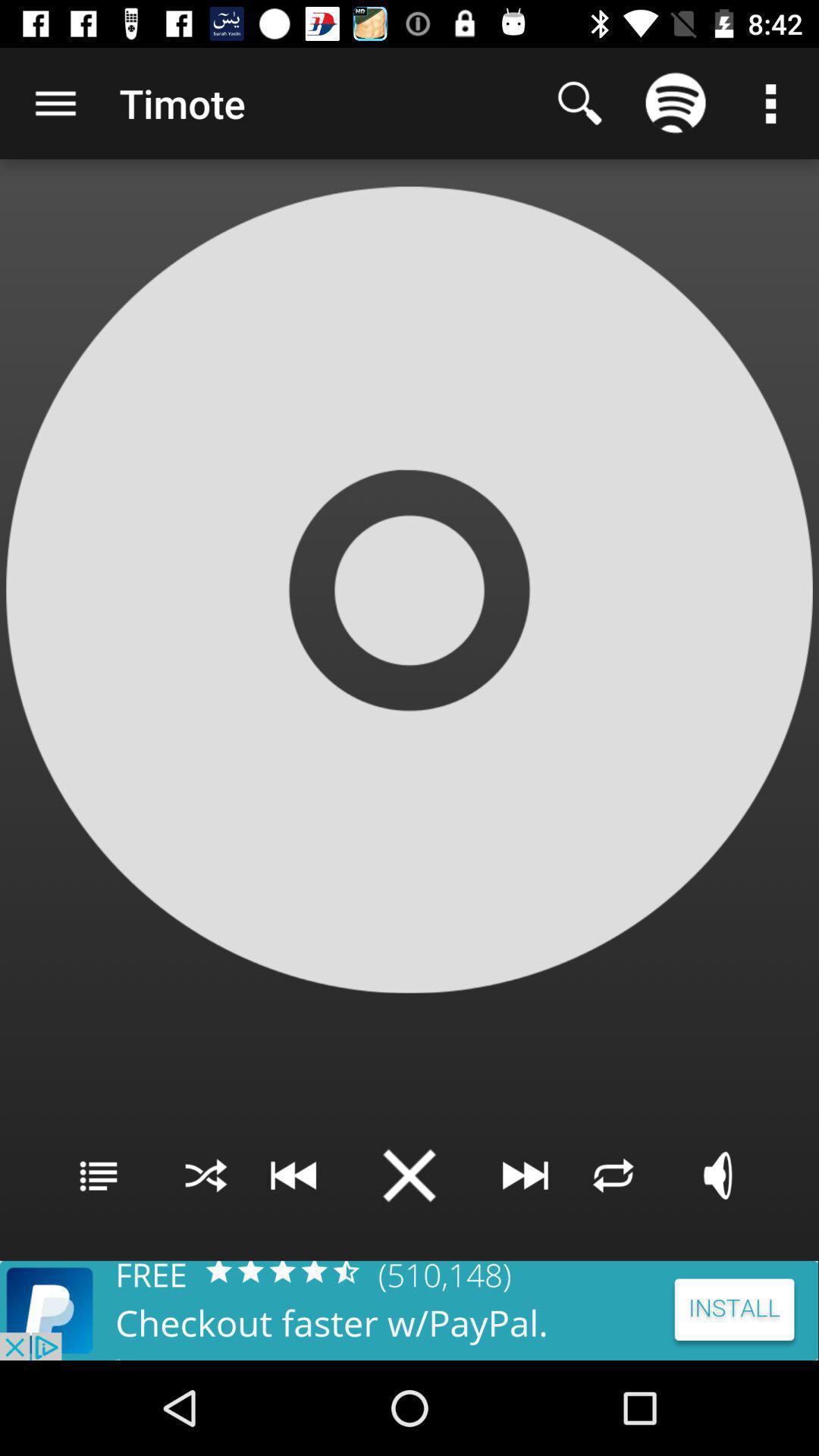 This screenshot has width=819, height=1456. I want to click on the list icon, so click(99, 1175).